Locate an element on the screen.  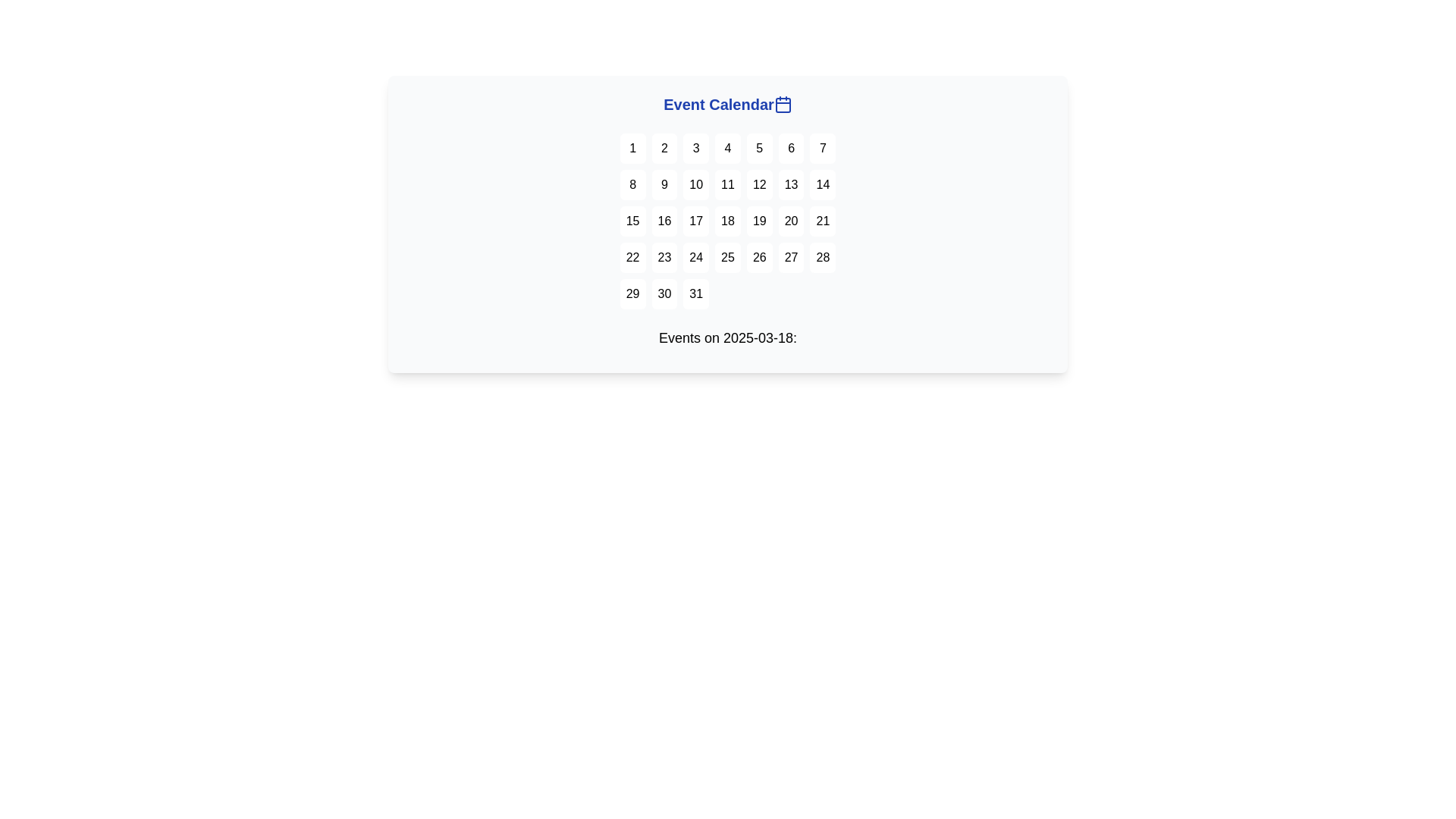
the selectable day button representing the 14th day is located at coordinates (822, 184).